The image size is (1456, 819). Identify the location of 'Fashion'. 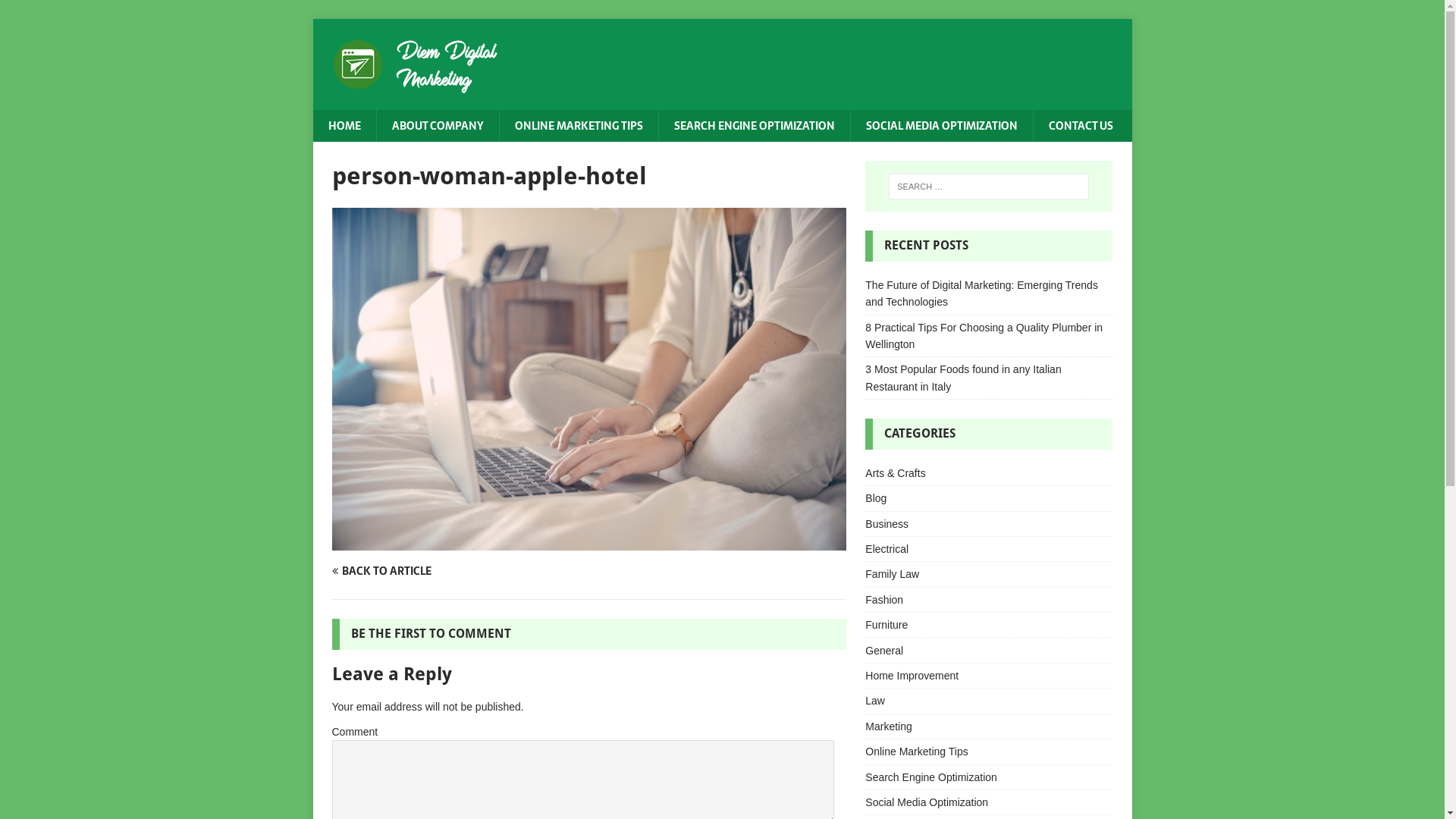
(989, 598).